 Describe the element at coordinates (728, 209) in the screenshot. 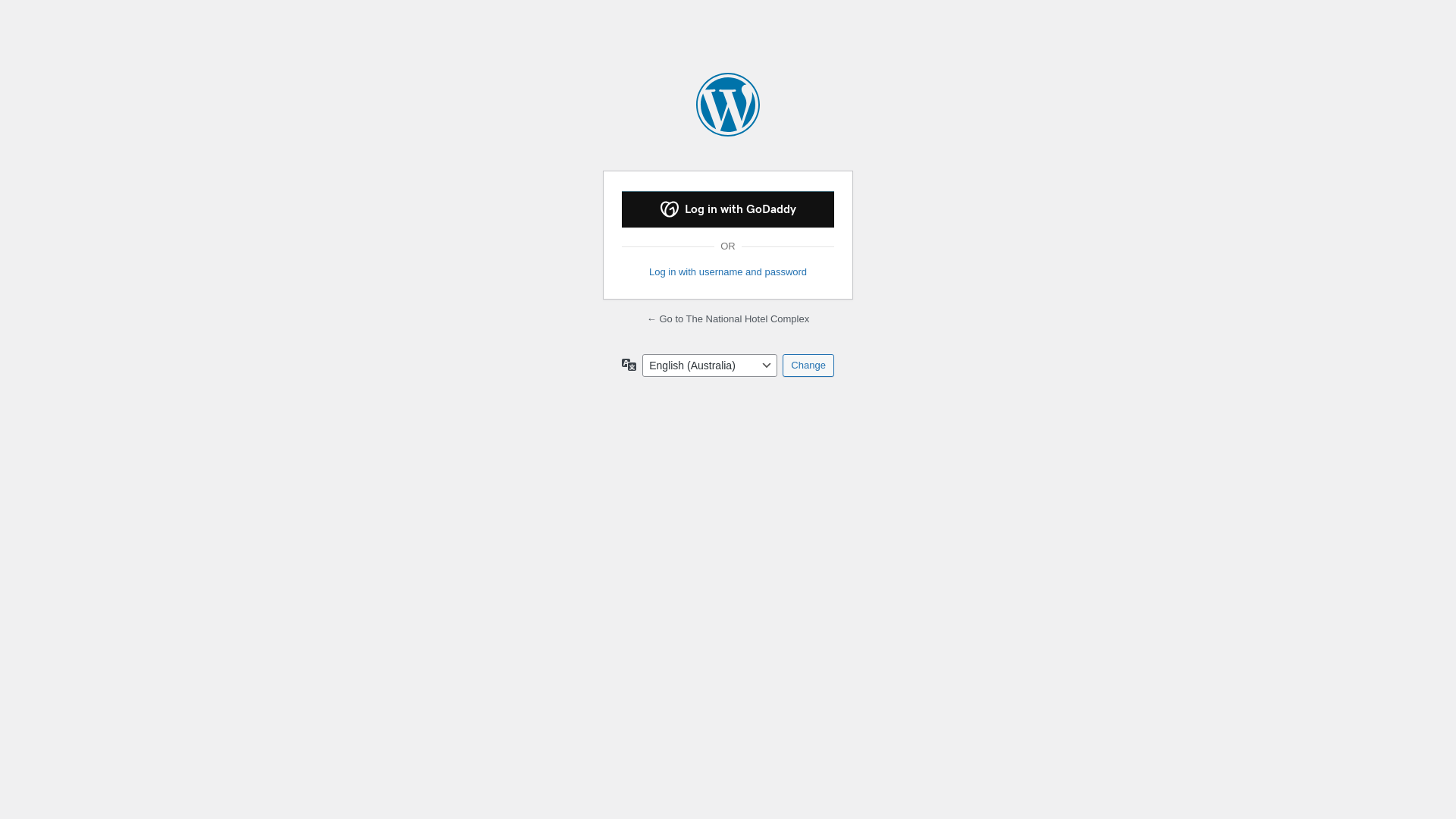

I see `'Log in with GoDaddy'` at that location.